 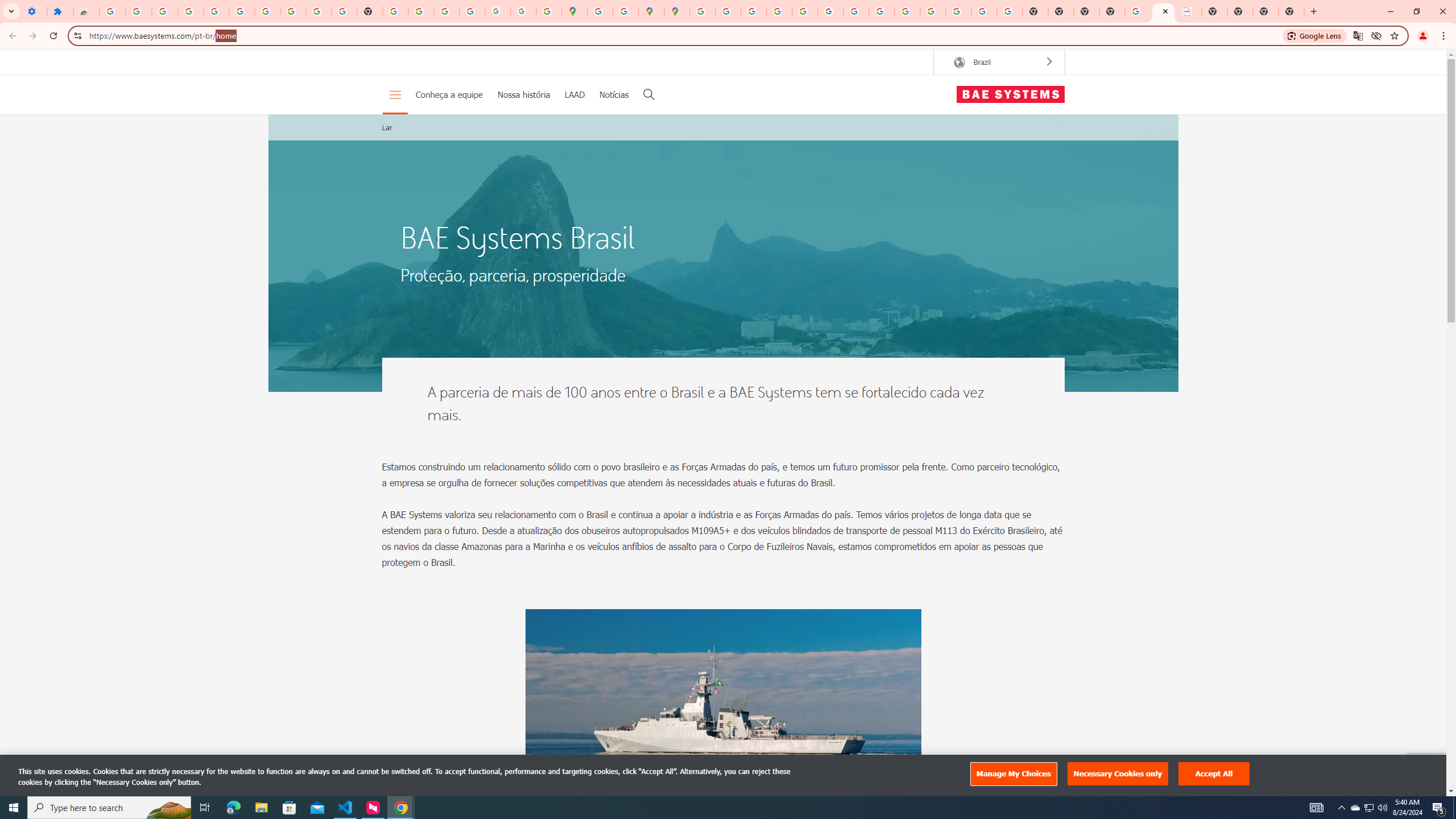 I want to click on 'Delete photos & videos - Computer - Google Photos Help', so click(x=164, y=11).